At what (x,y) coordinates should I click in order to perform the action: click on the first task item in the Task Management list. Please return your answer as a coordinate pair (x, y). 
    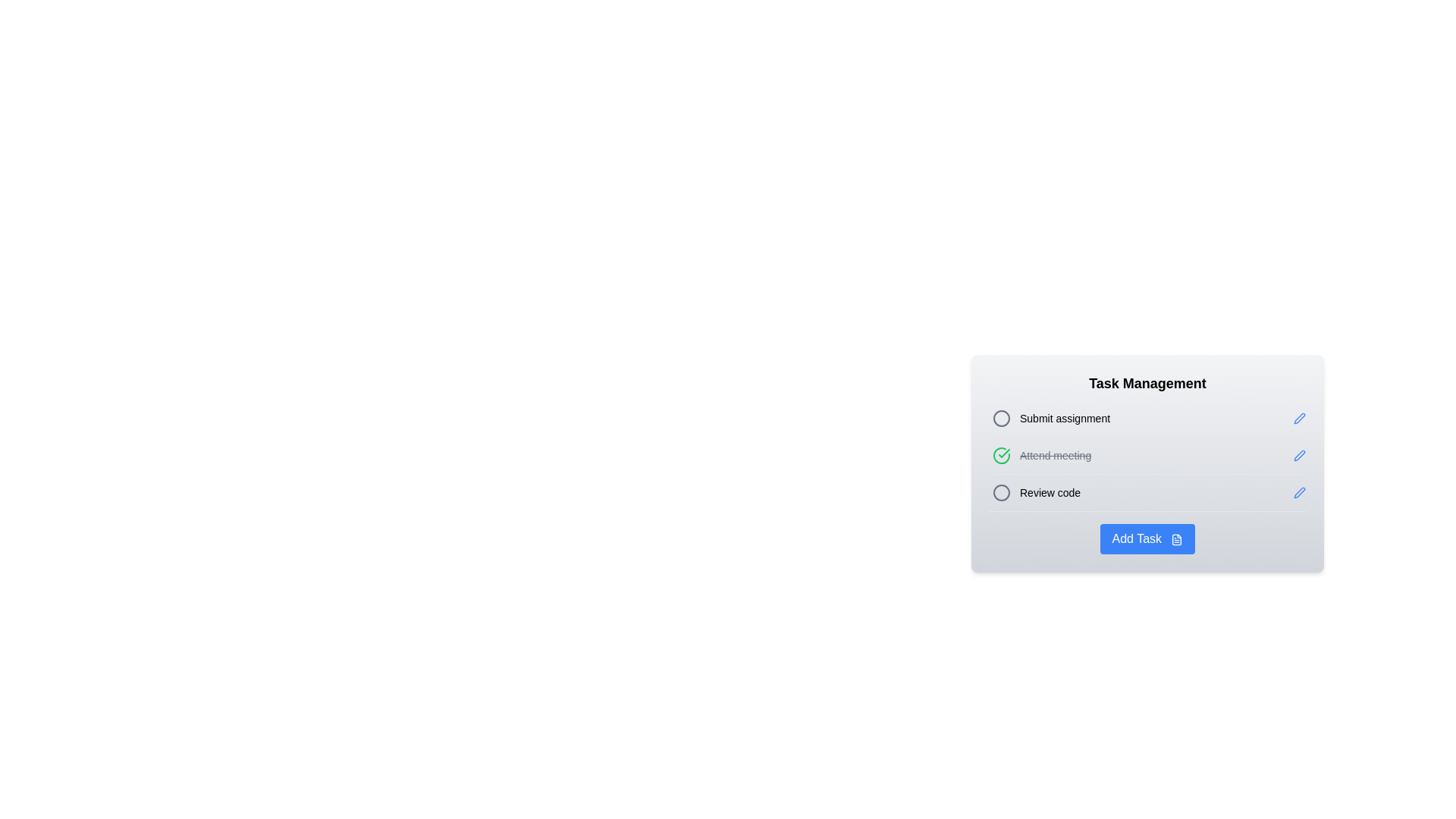
    Looking at the image, I should click on (1147, 422).